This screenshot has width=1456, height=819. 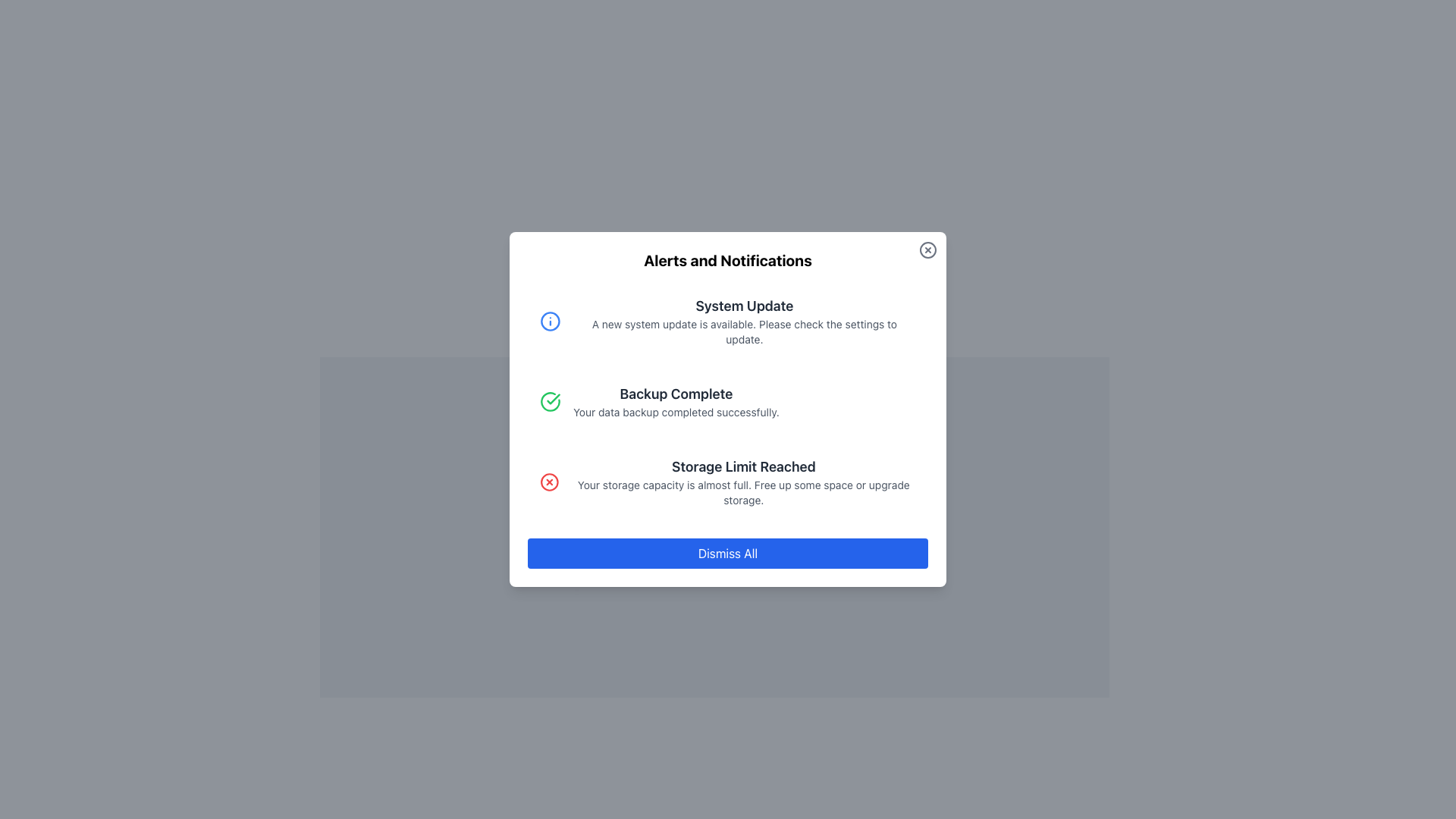 What do you see at coordinates (744, 321) in the screenshot?
I see `information displayed in the Textual Information Section titled 'System Update', which includes the message 'A new system update is available. Please check the settings to update.'` at bounding box center [744, 321].